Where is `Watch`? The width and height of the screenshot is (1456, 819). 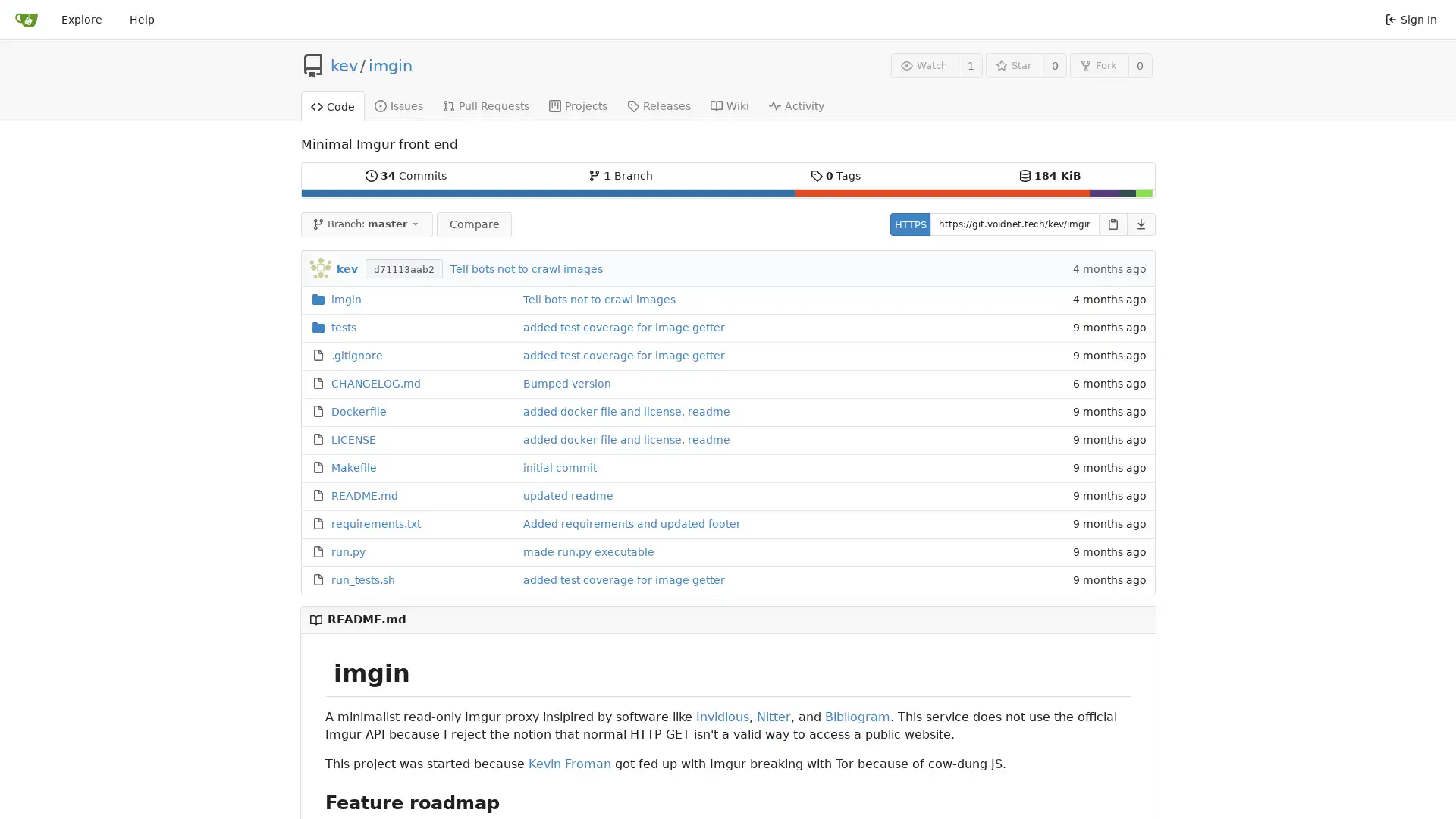
Watch is located at coordinates (924, 64).